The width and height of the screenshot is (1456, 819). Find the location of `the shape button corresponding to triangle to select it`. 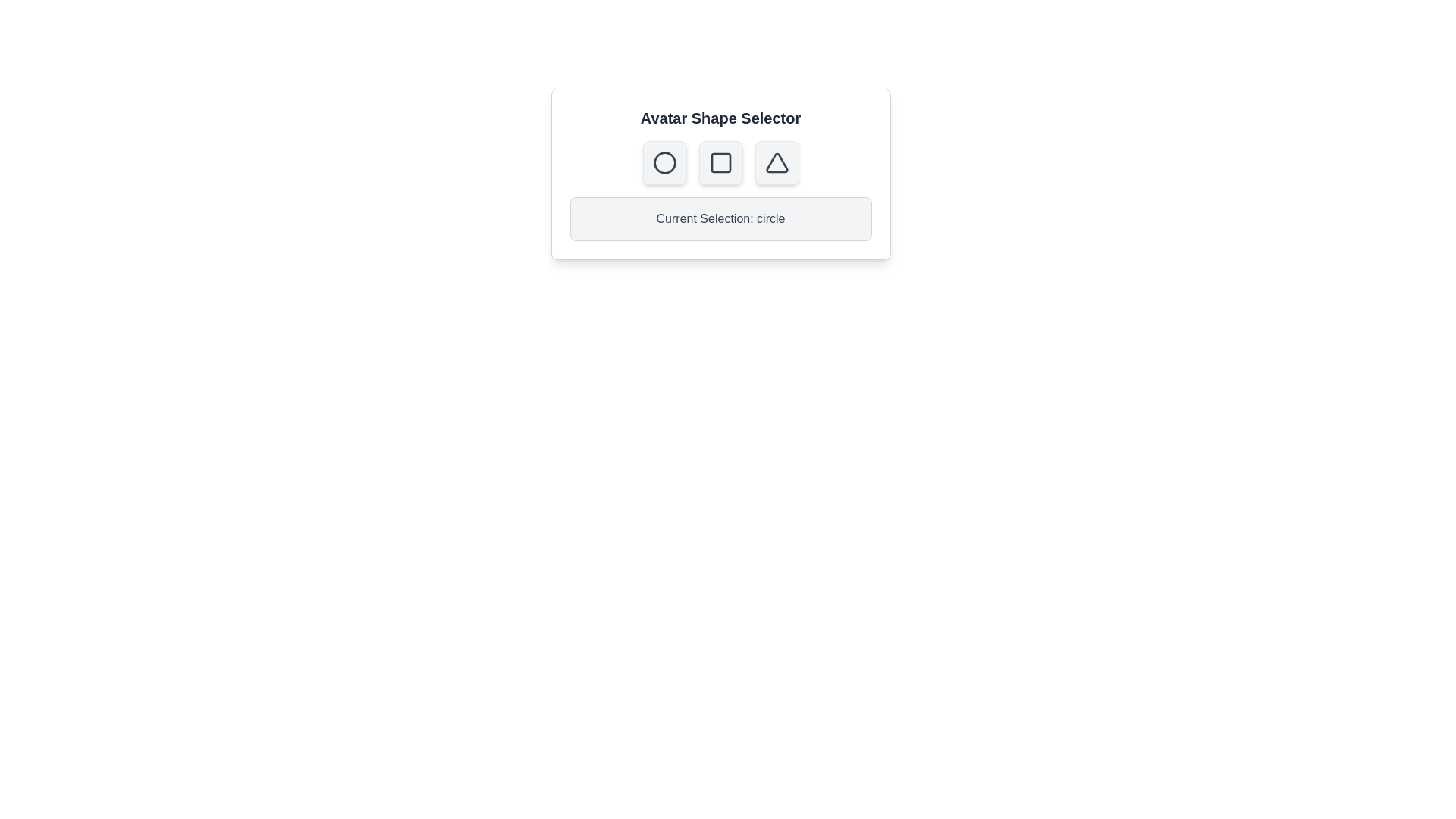

the shape button corresponding to triangle to select it is located at coordinates (777, 163).